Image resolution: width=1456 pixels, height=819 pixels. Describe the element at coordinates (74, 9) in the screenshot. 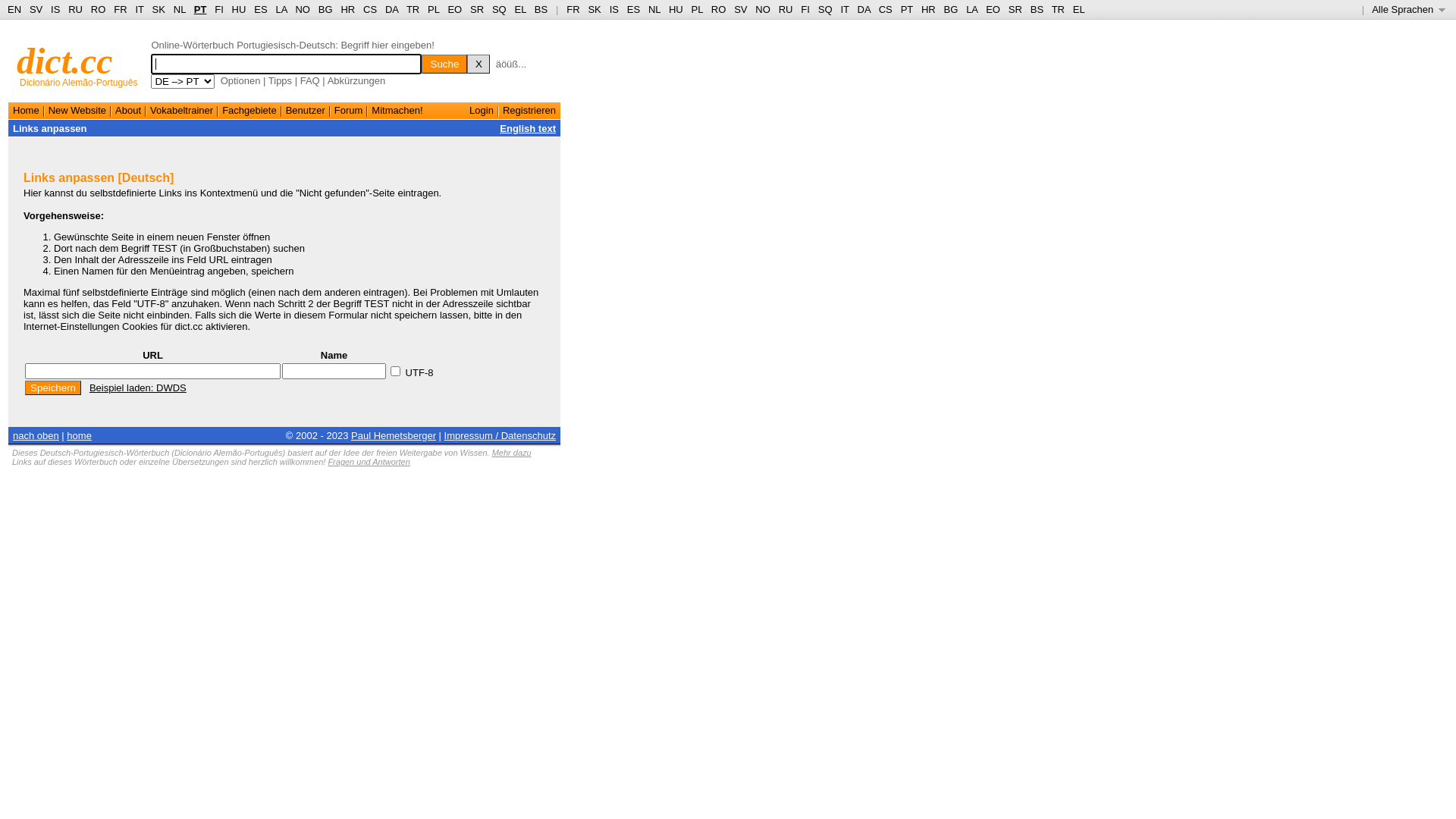

I see `'RU'` at that location.